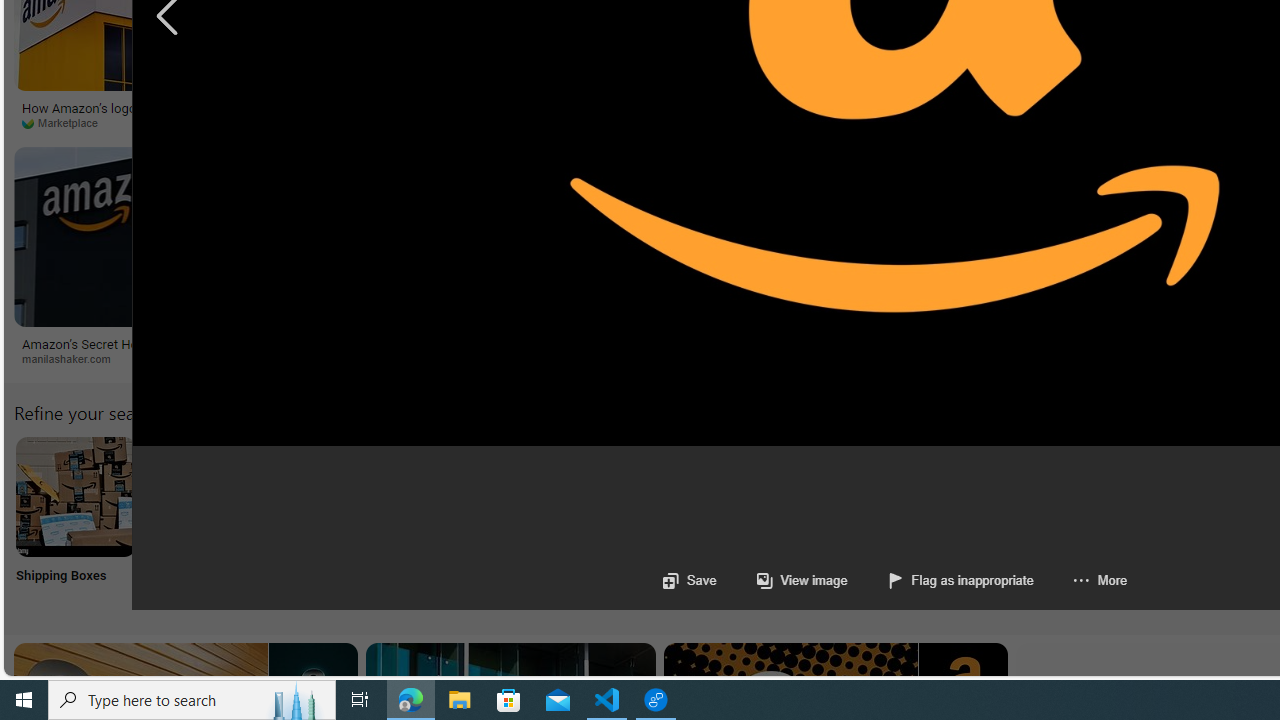  I want to click on 'Marketplace', so click(67, 122).